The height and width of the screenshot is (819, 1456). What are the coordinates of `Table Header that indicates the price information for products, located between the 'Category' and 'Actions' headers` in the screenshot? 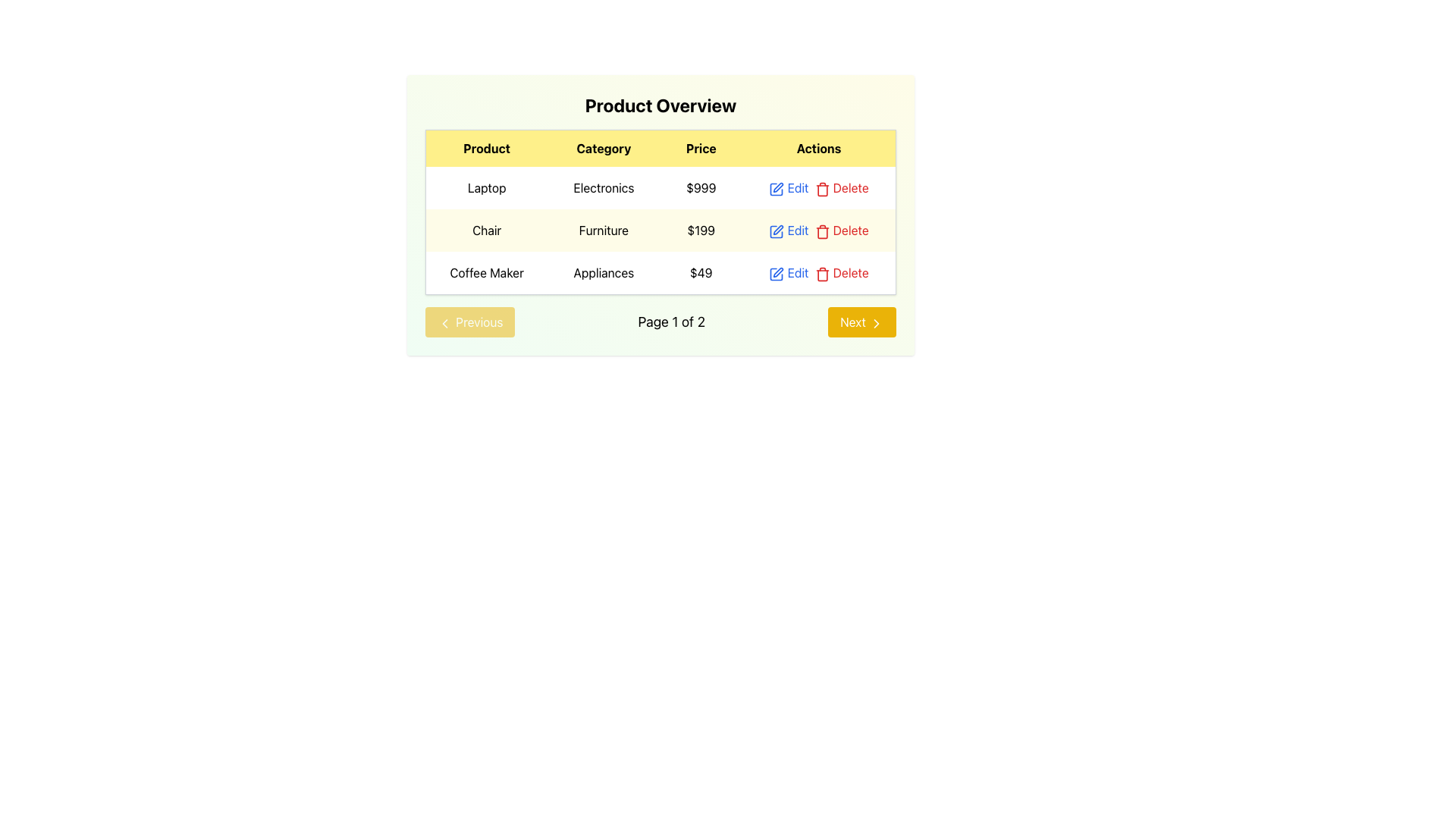 It's located at (700, 148).